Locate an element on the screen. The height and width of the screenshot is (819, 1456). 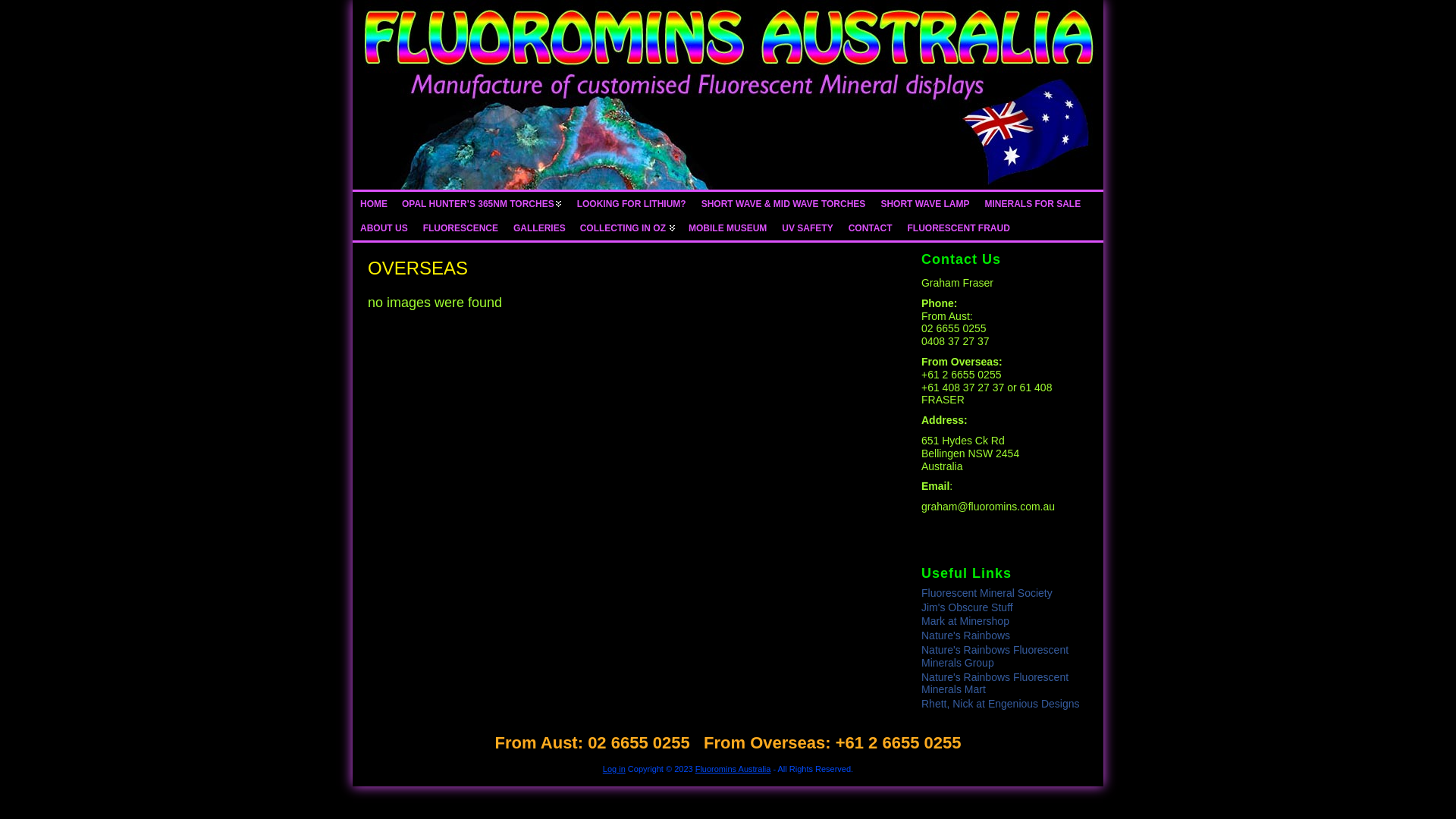
'SHORT WAVE & MID WAVE TORCHES' is located at coordinates (783, 203).